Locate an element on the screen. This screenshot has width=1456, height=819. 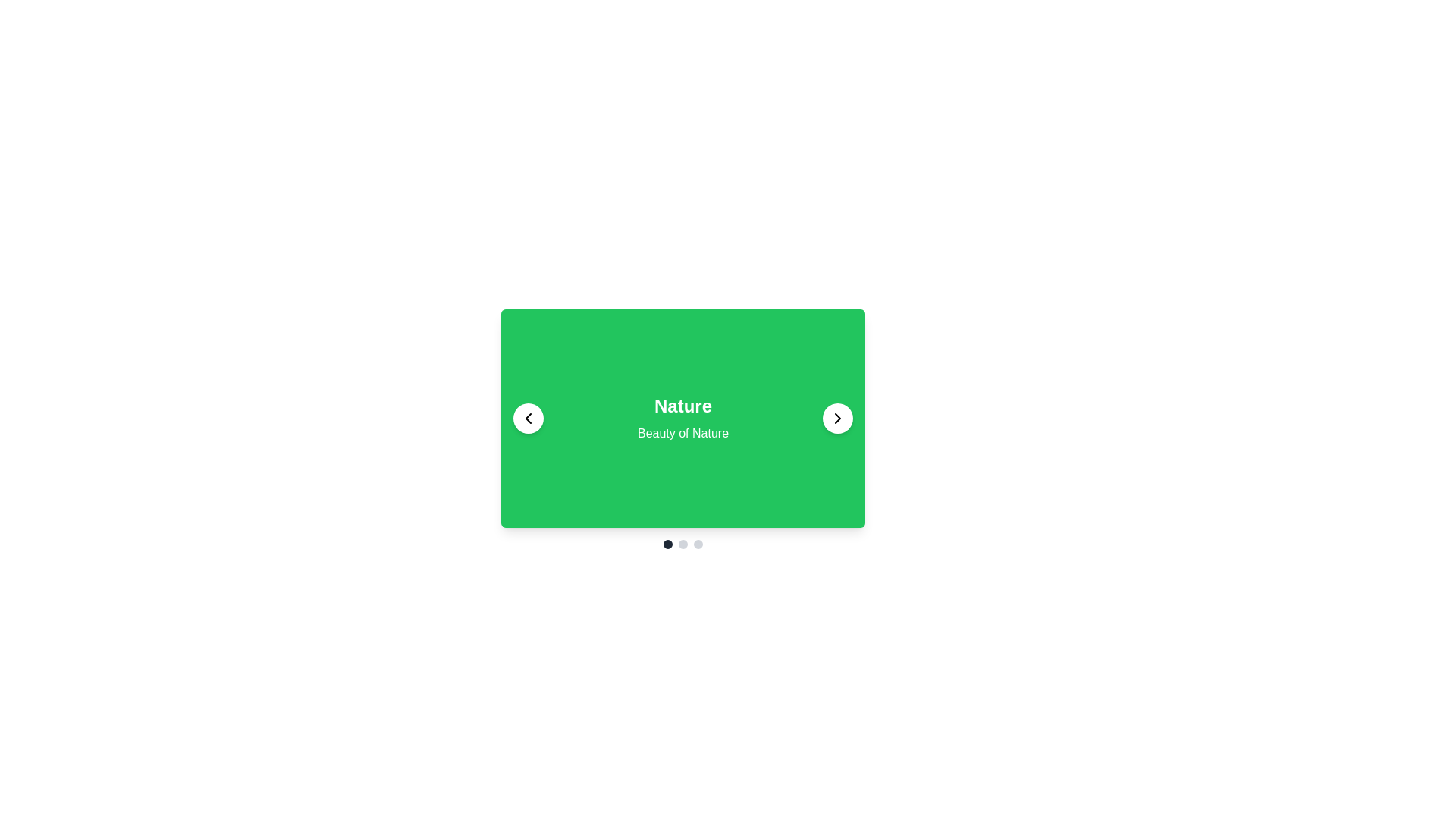
the selected pagination indicator, which is the darker circular indicator in the horizontal arrangement of three circles located at the bottom center below the 'Nature' card is located at coordinates (682, 543).